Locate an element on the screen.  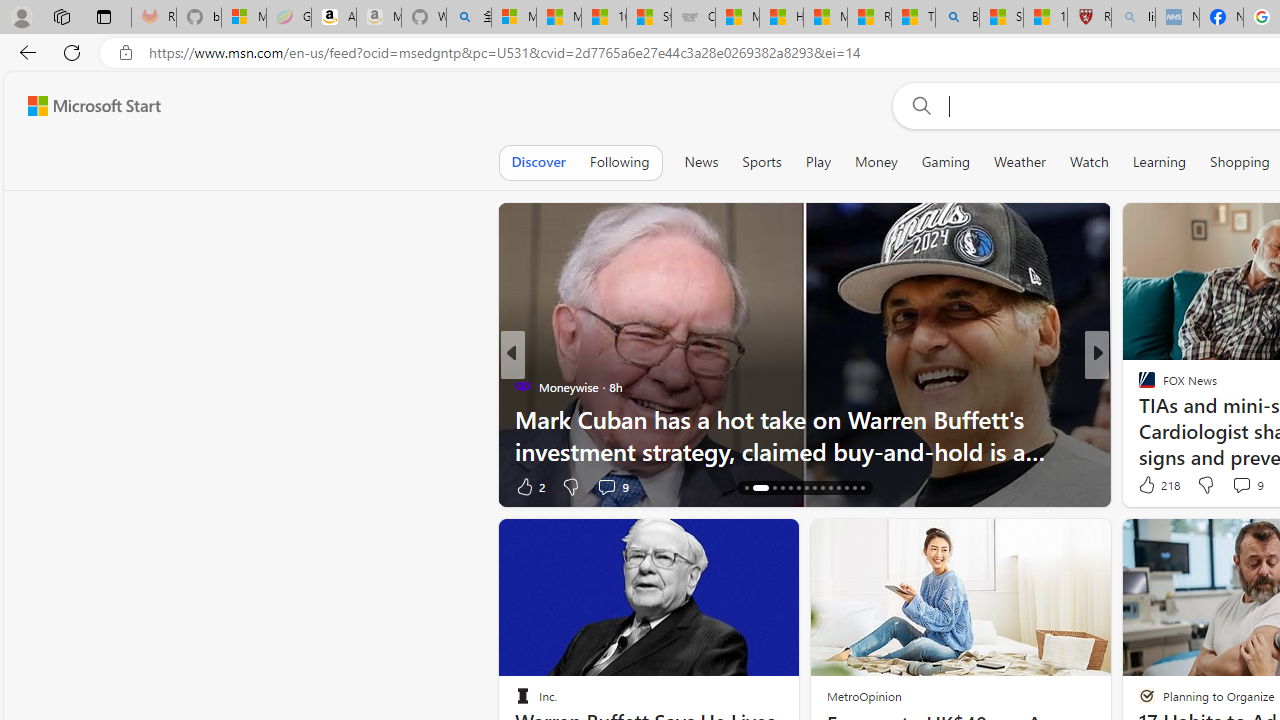
'AutomationID: tab-28' is located at coordinates (862, 488).